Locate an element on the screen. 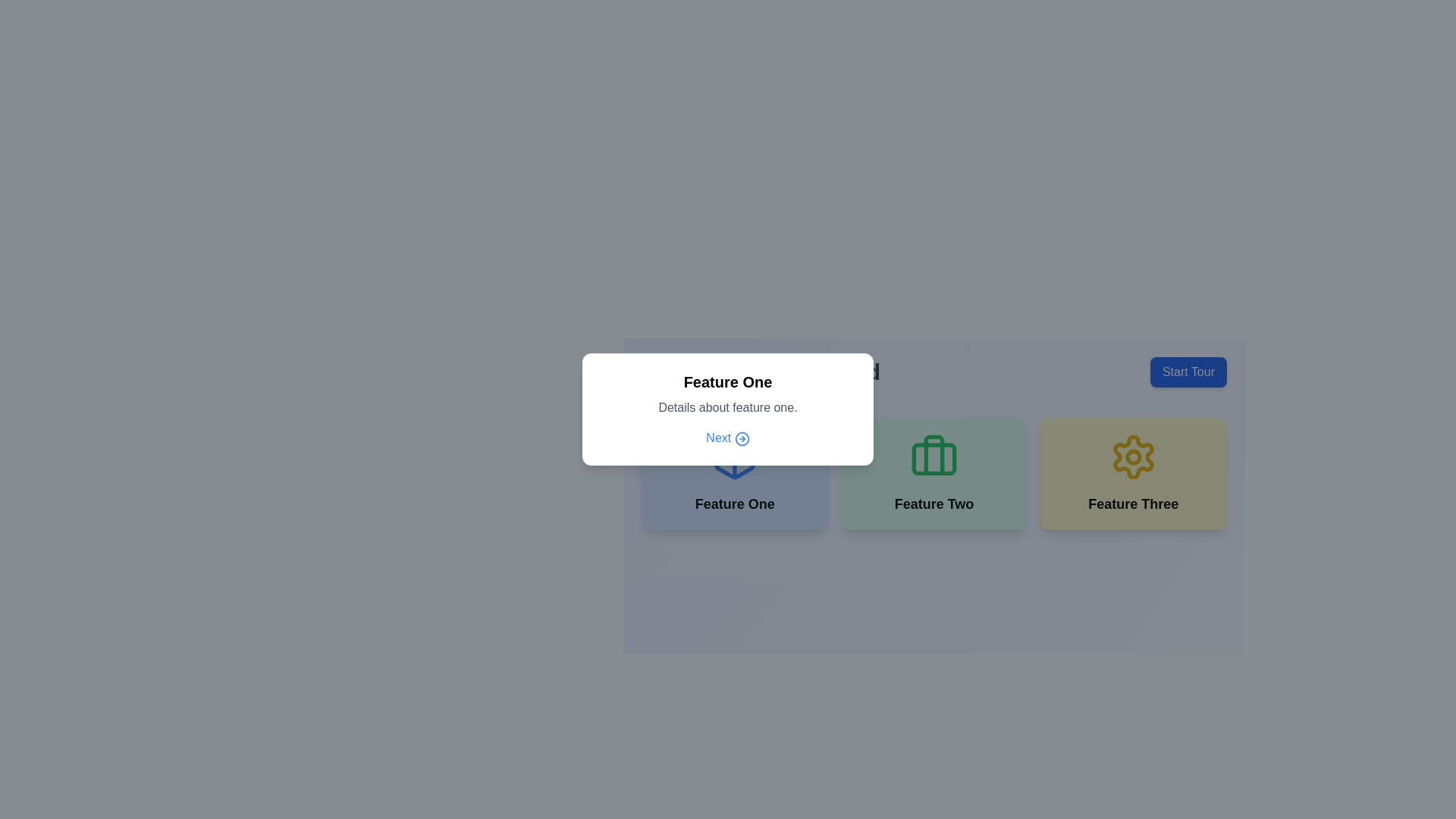  the button that starts the guided tour, located in the right section of the interface aligned with the 'Interactive Dashboard' heading is located at coordinates (1188, 372).